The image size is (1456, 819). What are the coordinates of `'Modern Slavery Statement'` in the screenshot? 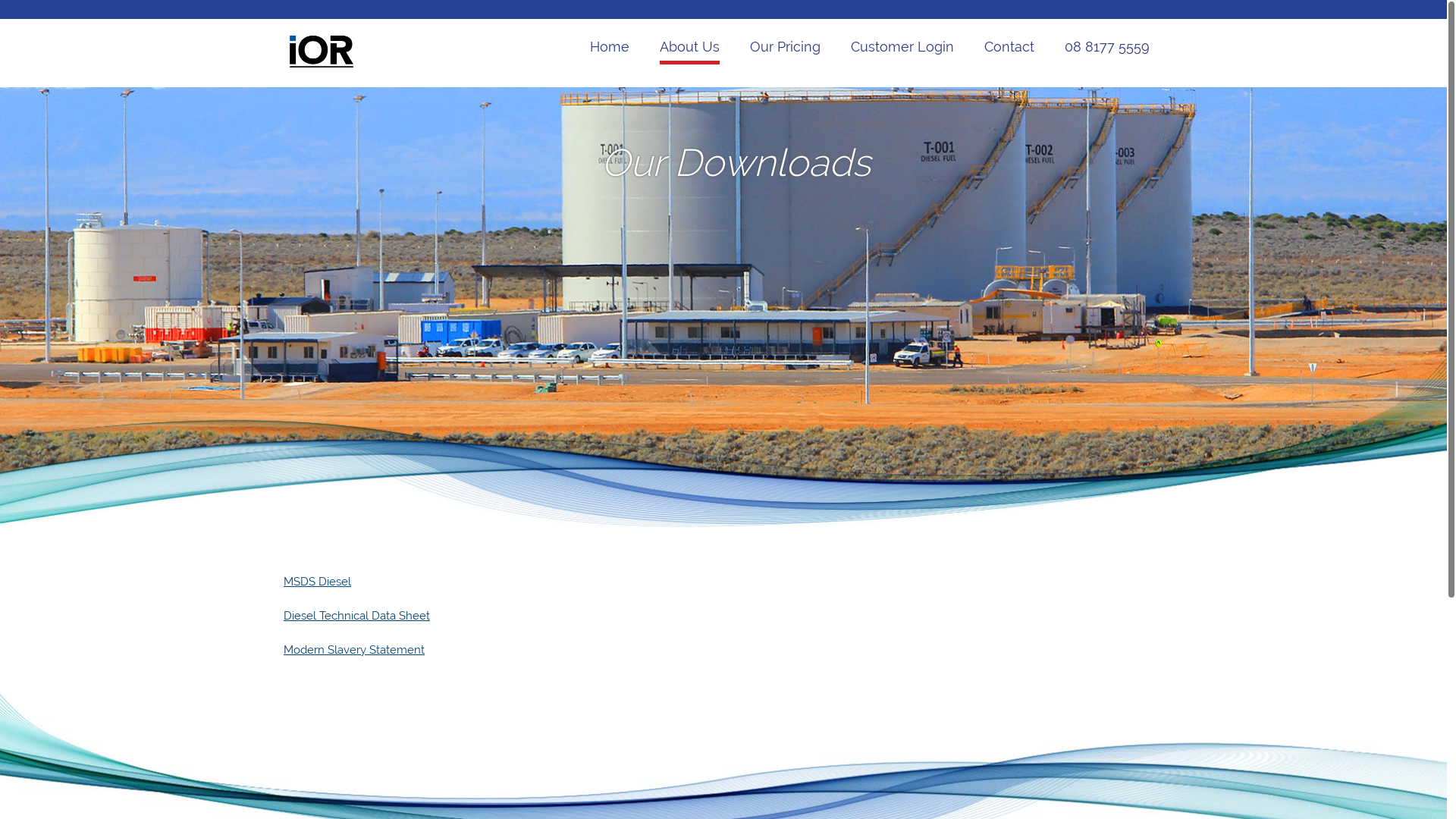 It's located at (353, 648).